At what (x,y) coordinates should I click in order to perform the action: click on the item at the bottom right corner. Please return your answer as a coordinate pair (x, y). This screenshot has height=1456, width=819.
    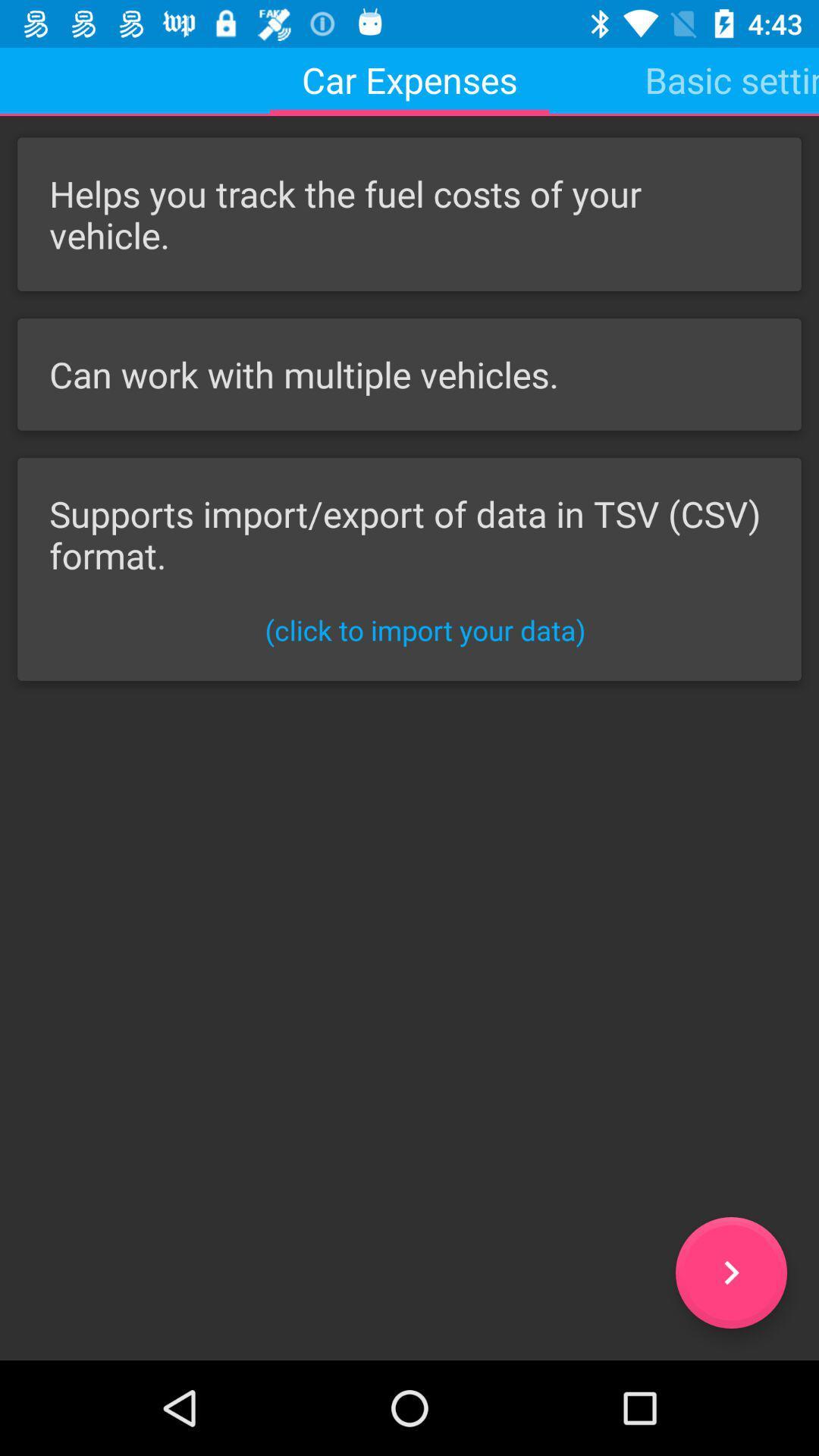
    Looking at the image, I should click on (730, 1272).